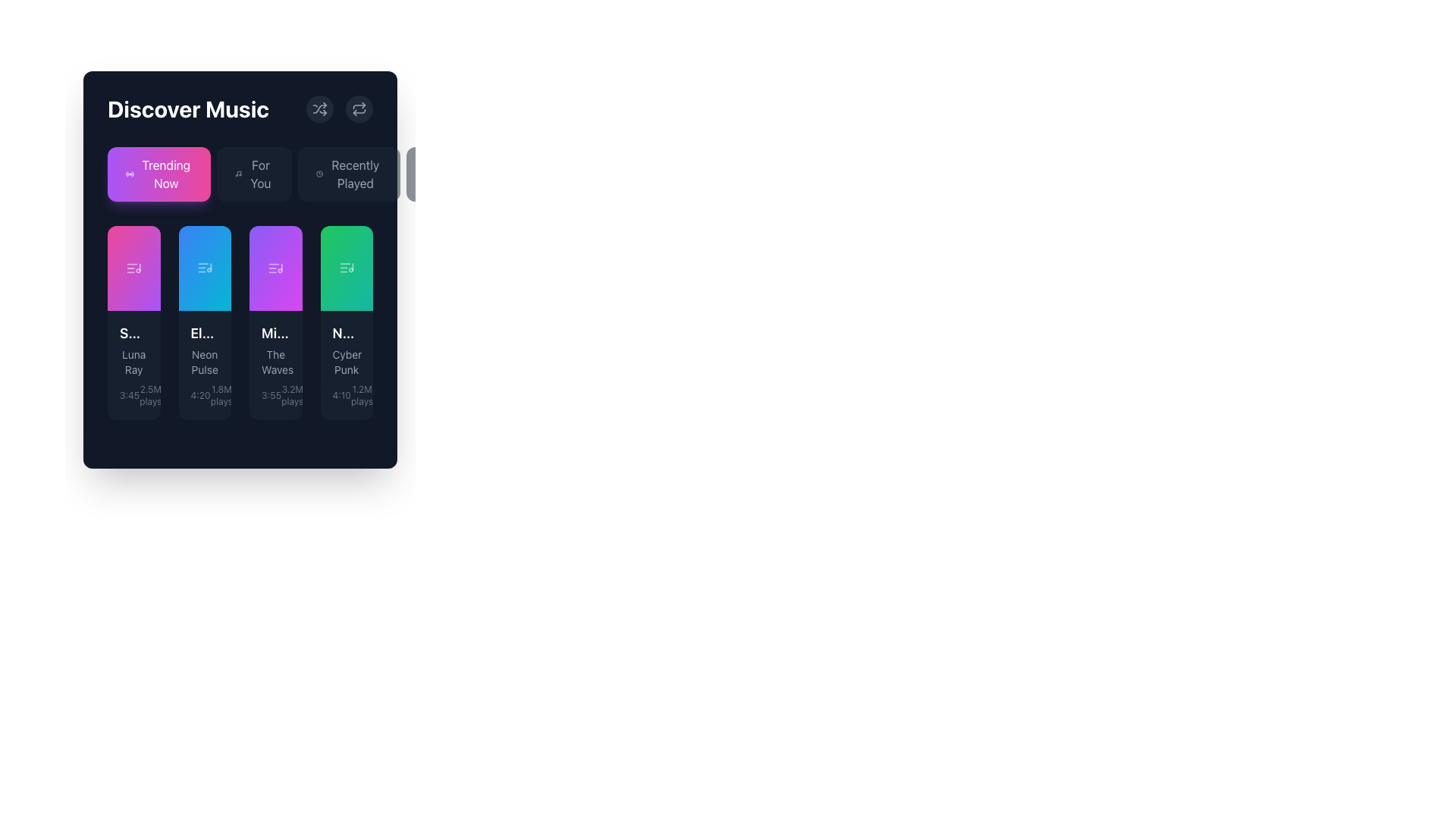  I want to click on the button, so click(359, 108).